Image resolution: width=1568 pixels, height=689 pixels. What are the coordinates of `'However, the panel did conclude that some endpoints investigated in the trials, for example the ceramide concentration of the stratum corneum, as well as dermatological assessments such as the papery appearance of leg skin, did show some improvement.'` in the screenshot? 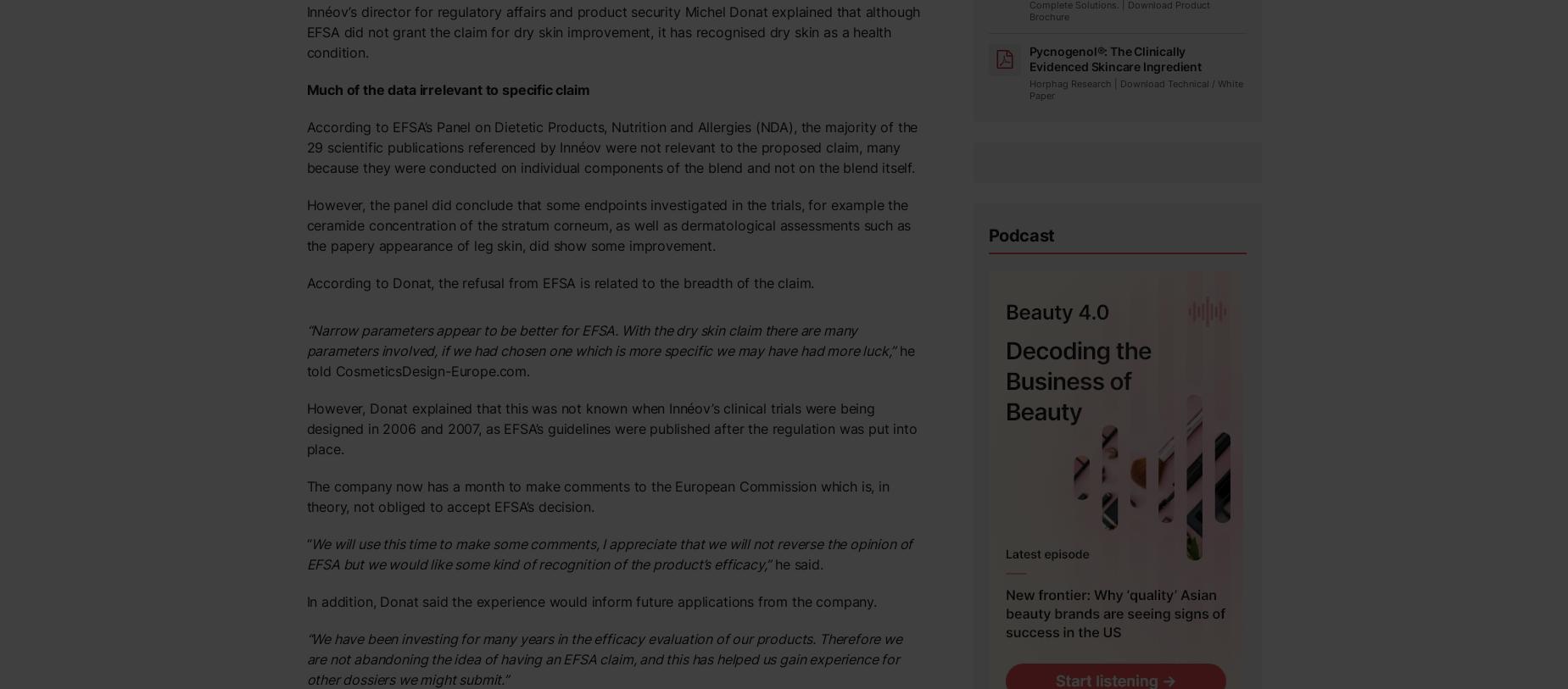 It's located at (607, 225).